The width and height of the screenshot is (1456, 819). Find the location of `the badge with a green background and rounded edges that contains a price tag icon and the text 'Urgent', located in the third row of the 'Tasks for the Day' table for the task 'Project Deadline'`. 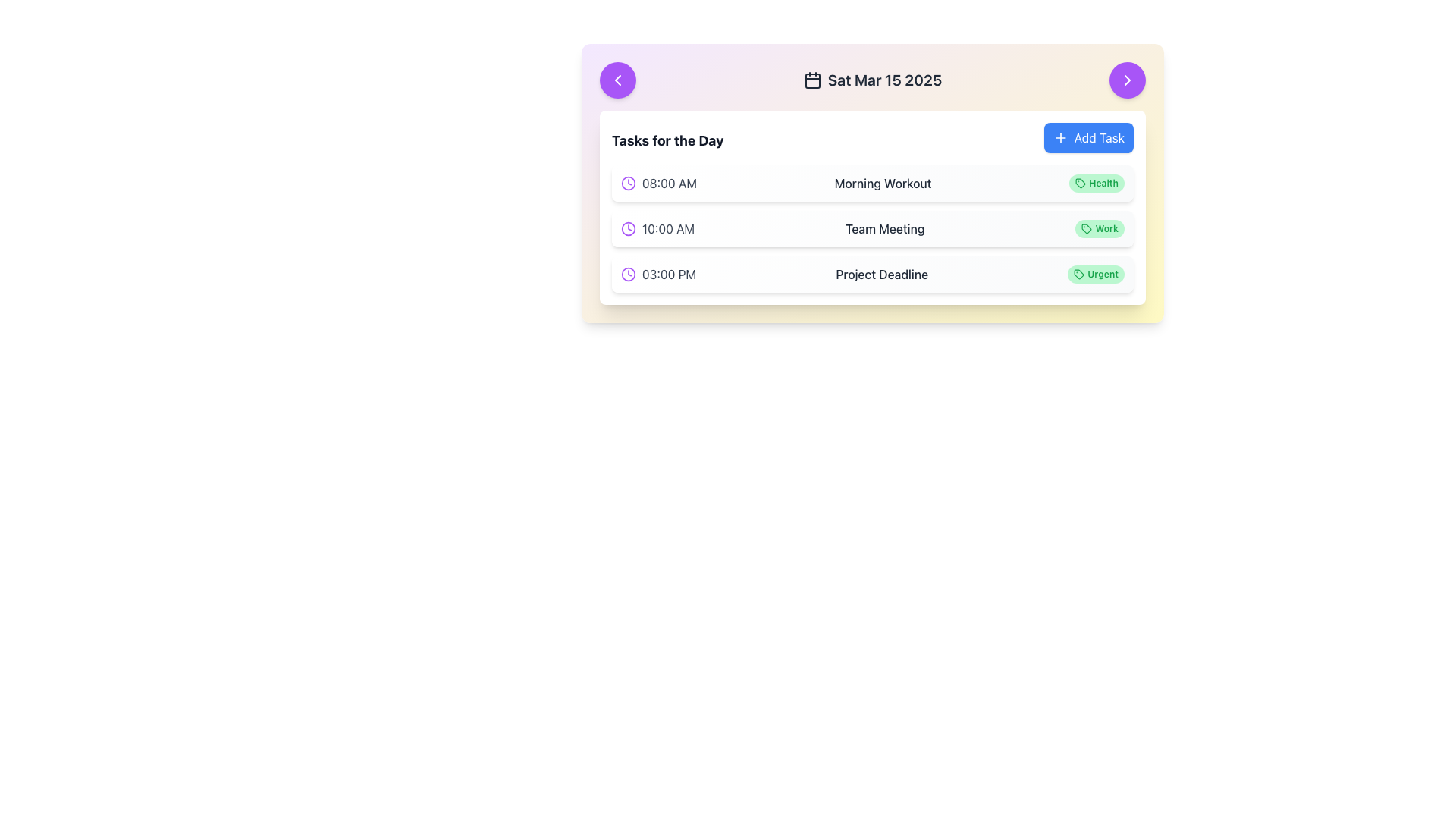

the badge with a green background and rounded edges that contains a price tag icon and the text 'Urgent', located in the third row of the 'Tasks for the Day' table for the task 'Project Deadline' is located at coordinates (1096, 275).